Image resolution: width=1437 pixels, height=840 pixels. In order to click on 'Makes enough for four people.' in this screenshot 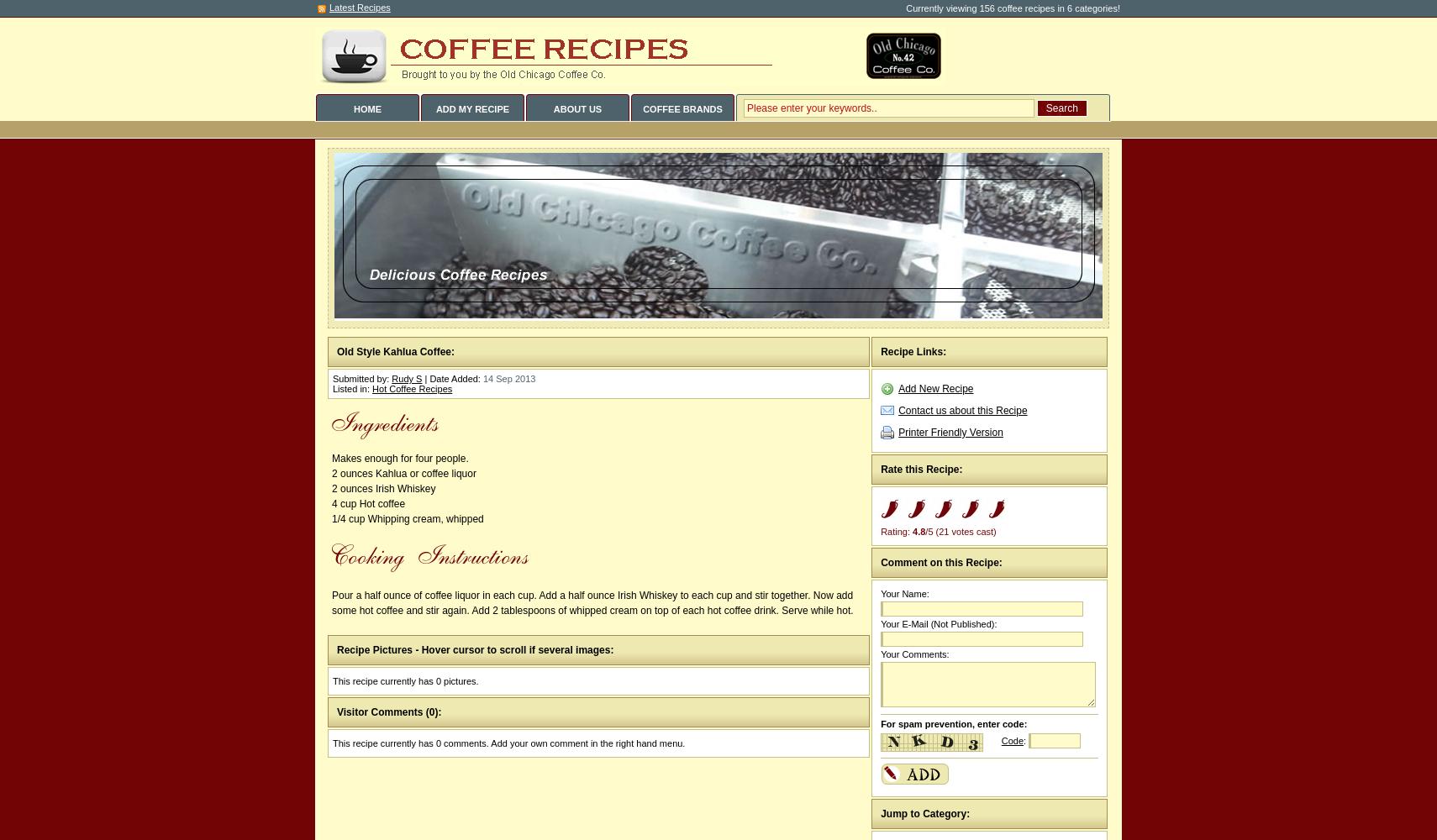, I will do `click(400, 459)`.